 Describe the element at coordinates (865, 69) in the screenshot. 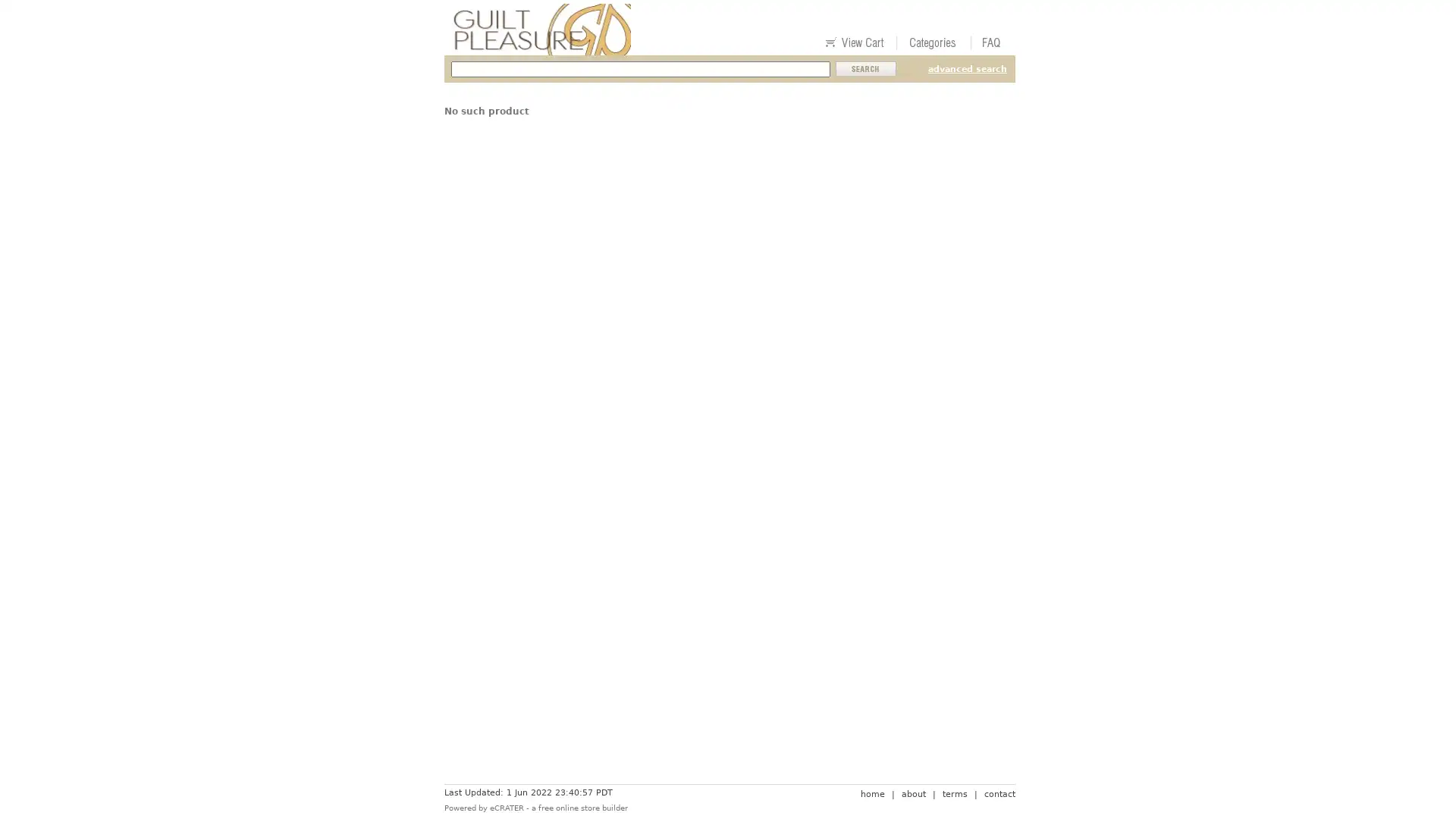

I see `Submit` at that location.